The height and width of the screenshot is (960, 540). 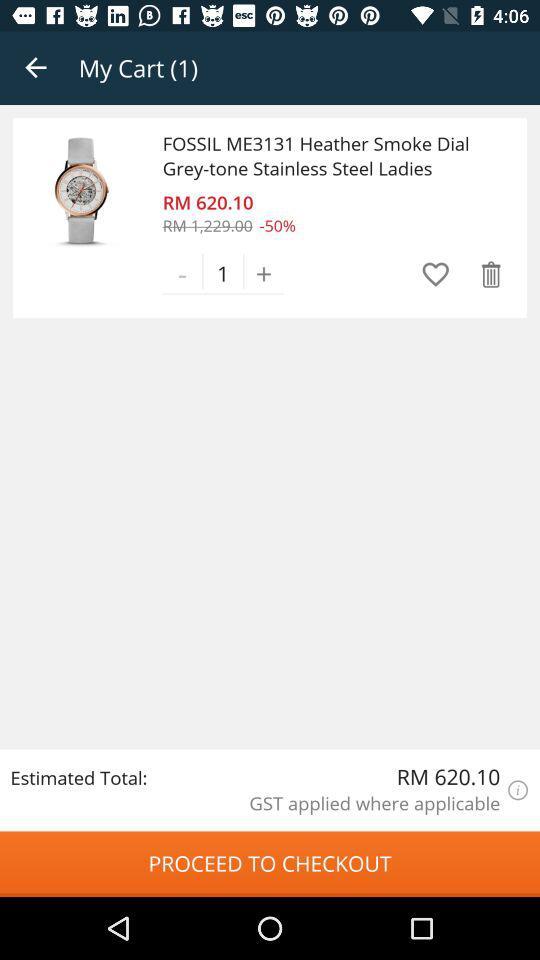 I want to click on go back, so click(x=36, y=68).